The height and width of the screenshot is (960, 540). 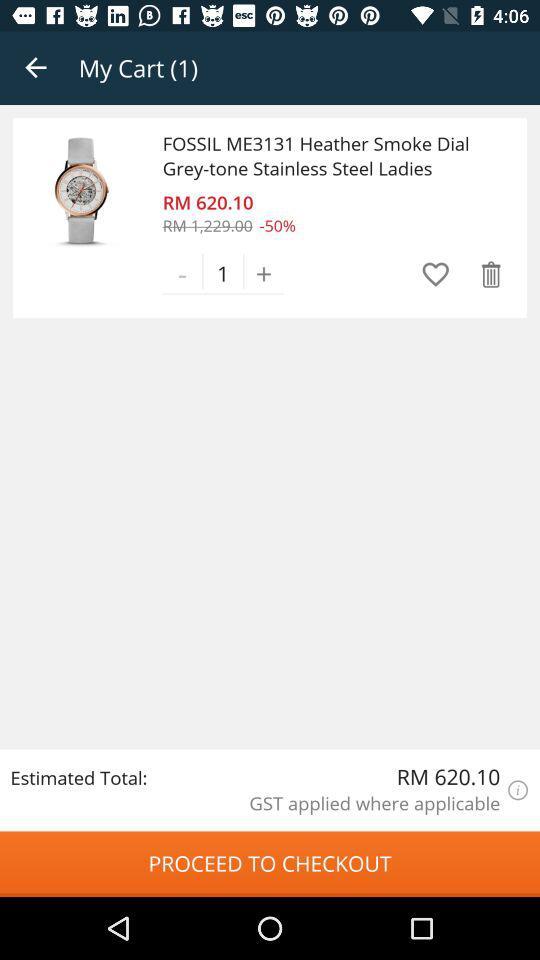 I want to click on go back, so click(x=36, y=68).